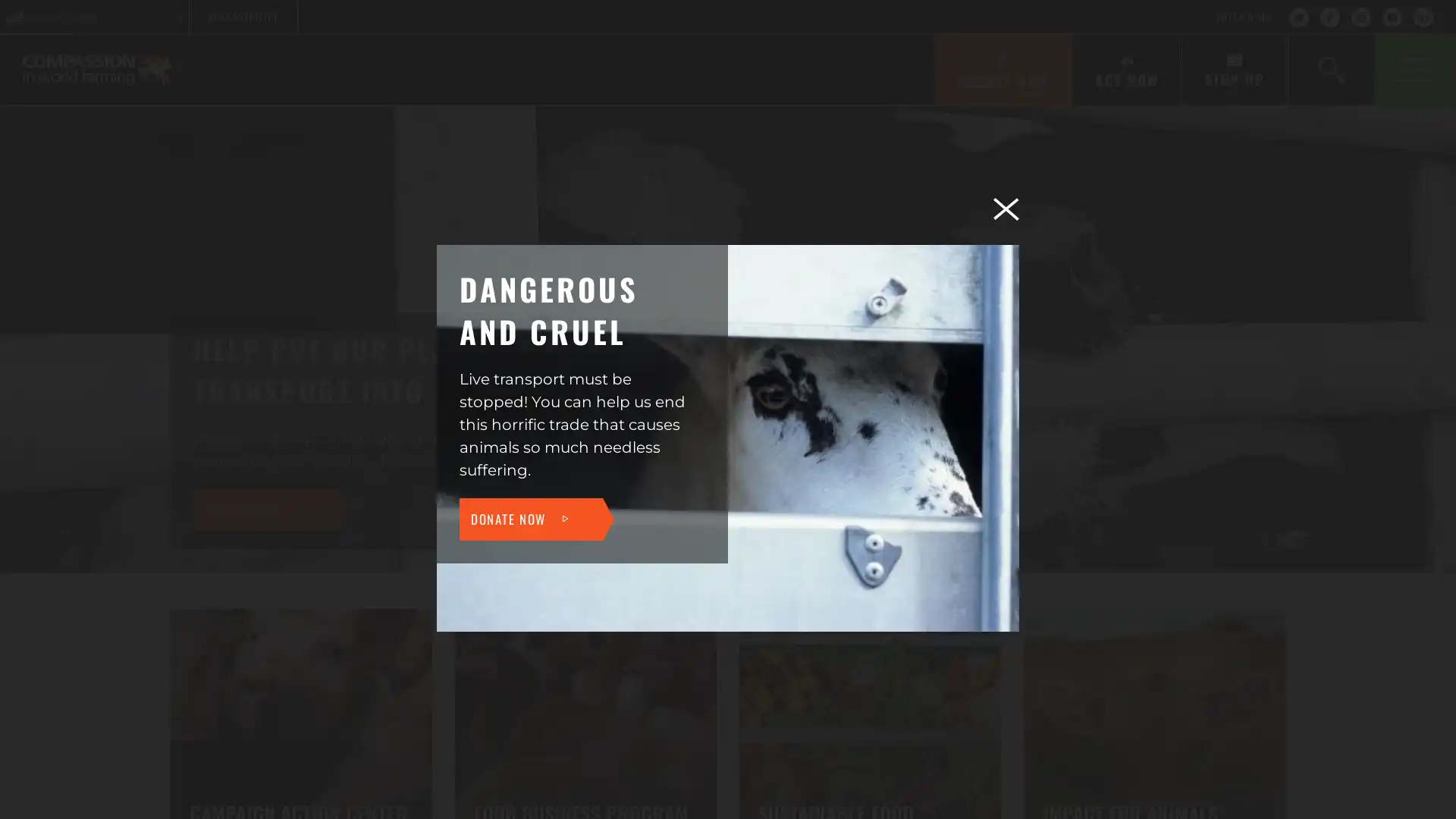 This screenshot has height=819, width=1456. Describe the element at coordinates (1006, 208) in the screenshot. I see `Close` at that location.